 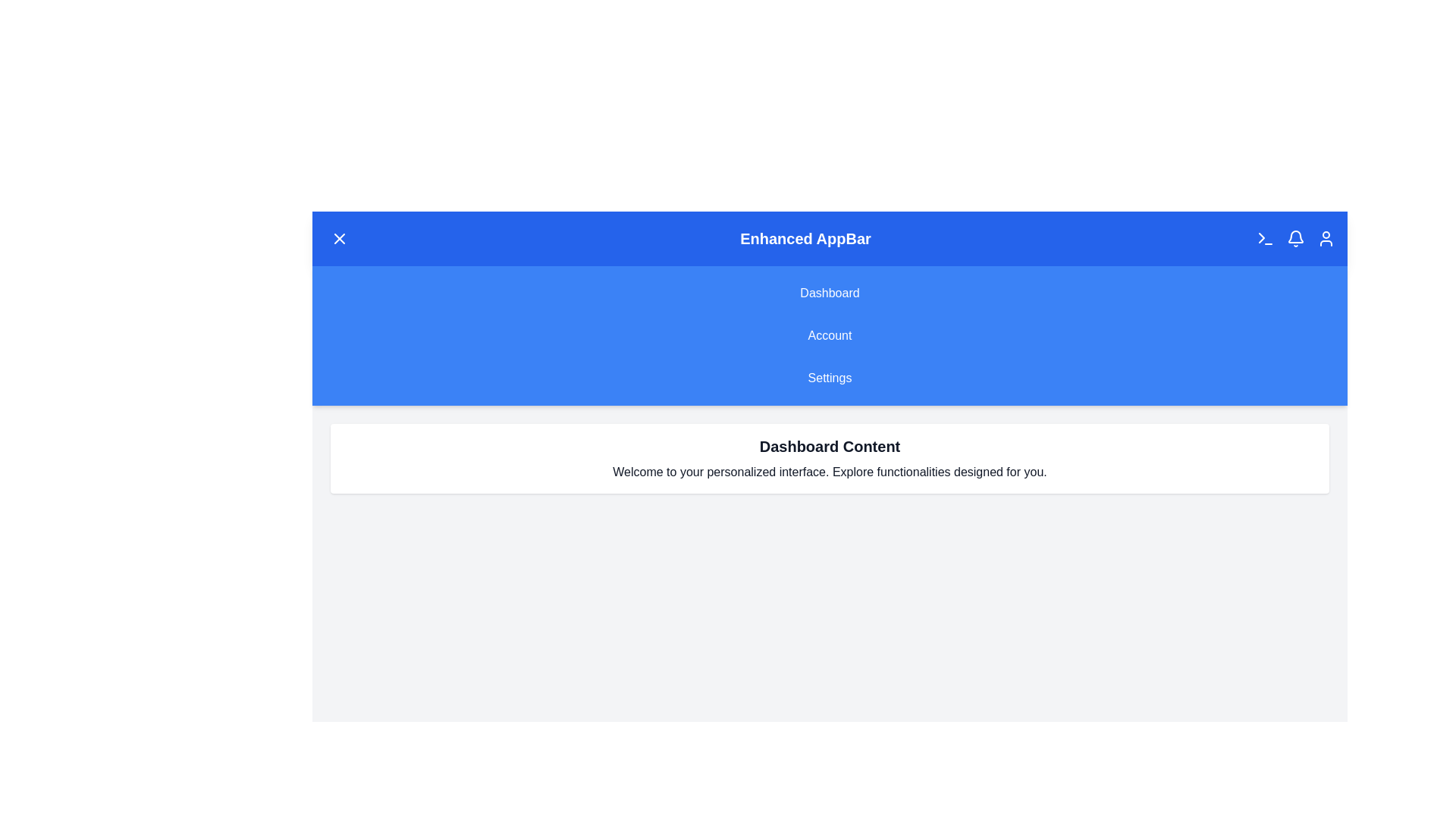 What do you see at coordinates (1325, 239) in the screenshot?
I see `the 'User' icon to open the user profile` at bounding box center [1325, 239].